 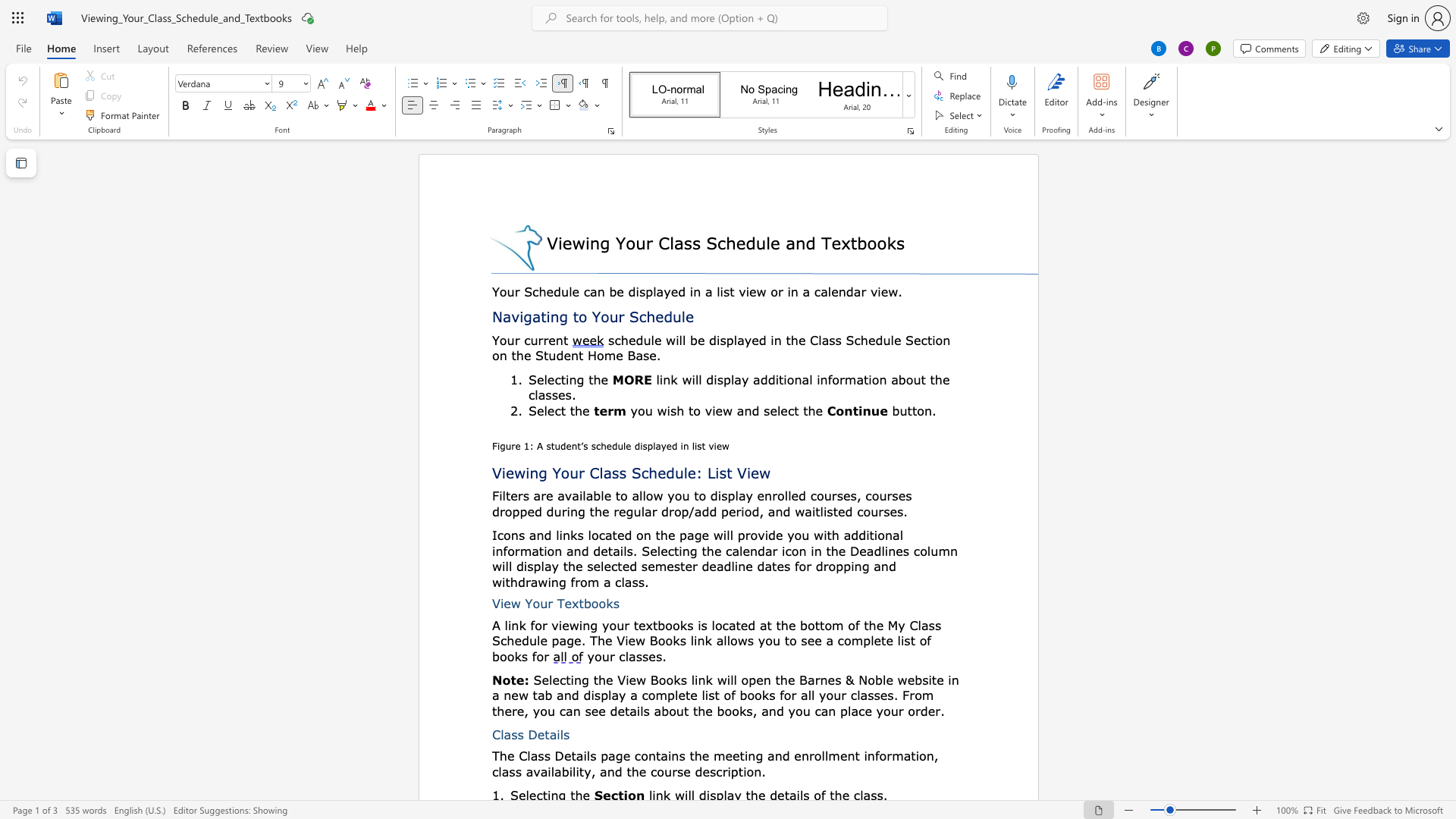 What do you see at coordinates (888, 534) in the screenshot?
I see `the 1th character "n" in the text` at bounding box center [888, 534].